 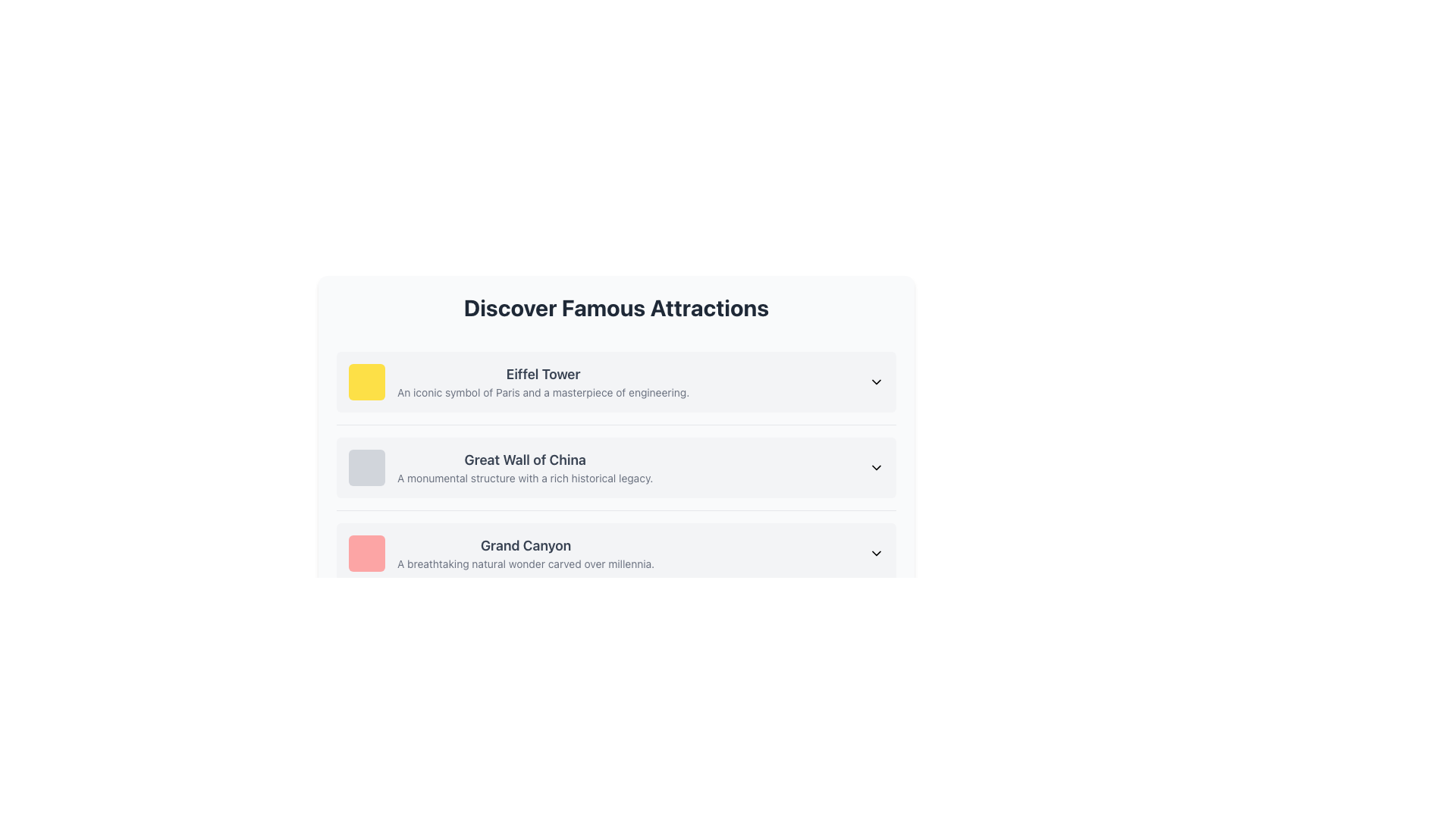 What do you see at coordinates (543, 381) in the screenshot?
I see `the text block that describes the Eiffel Tower, which is the first entry in the 'Discover Famous Attractions' list` at bounding box center [543, 381].